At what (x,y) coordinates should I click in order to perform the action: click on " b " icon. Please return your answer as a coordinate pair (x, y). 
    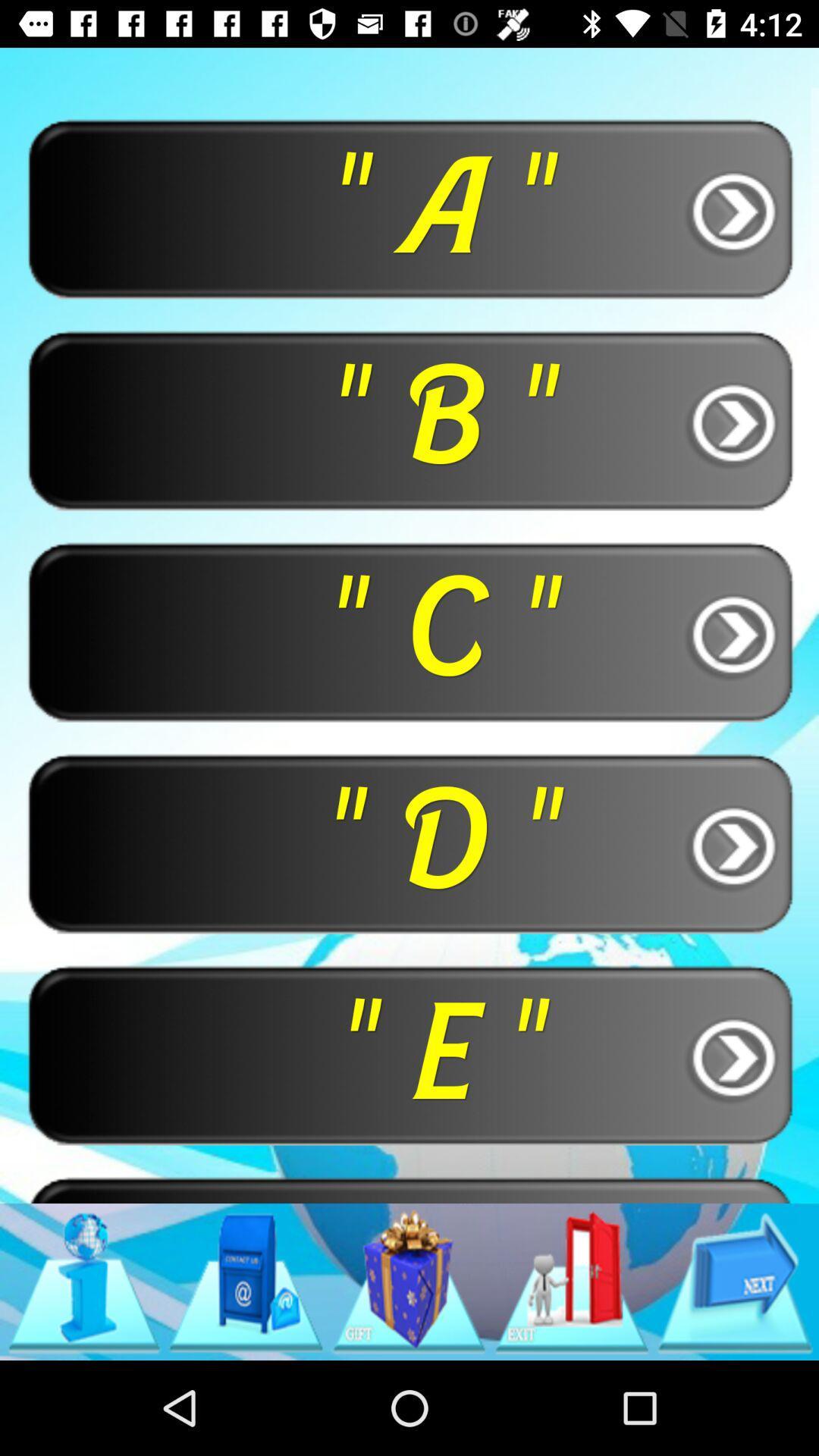
    Looking at the image, I should click on (409, 419).